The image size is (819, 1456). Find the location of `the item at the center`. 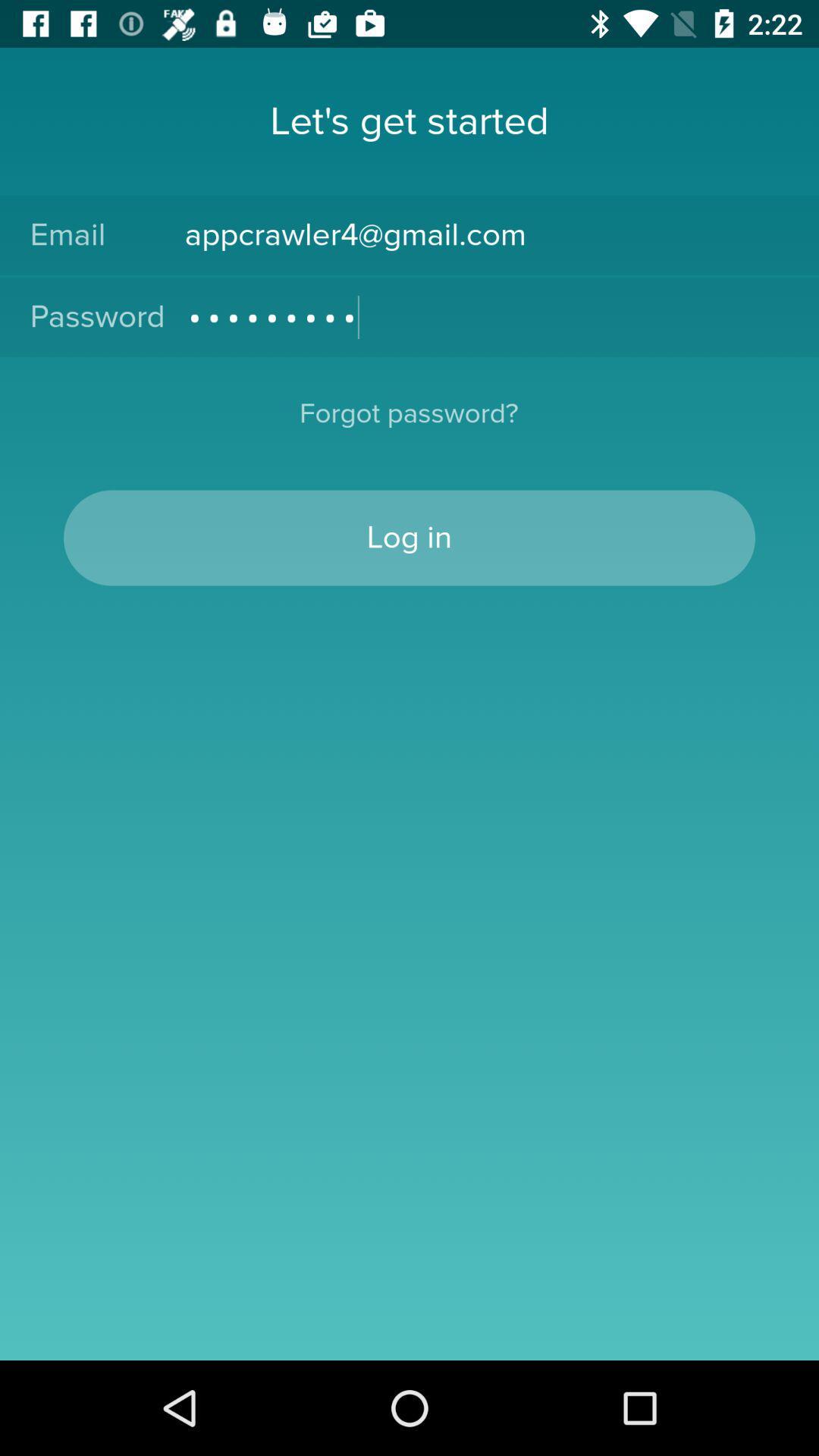

the item at the center is located at coordinates (409, 538).